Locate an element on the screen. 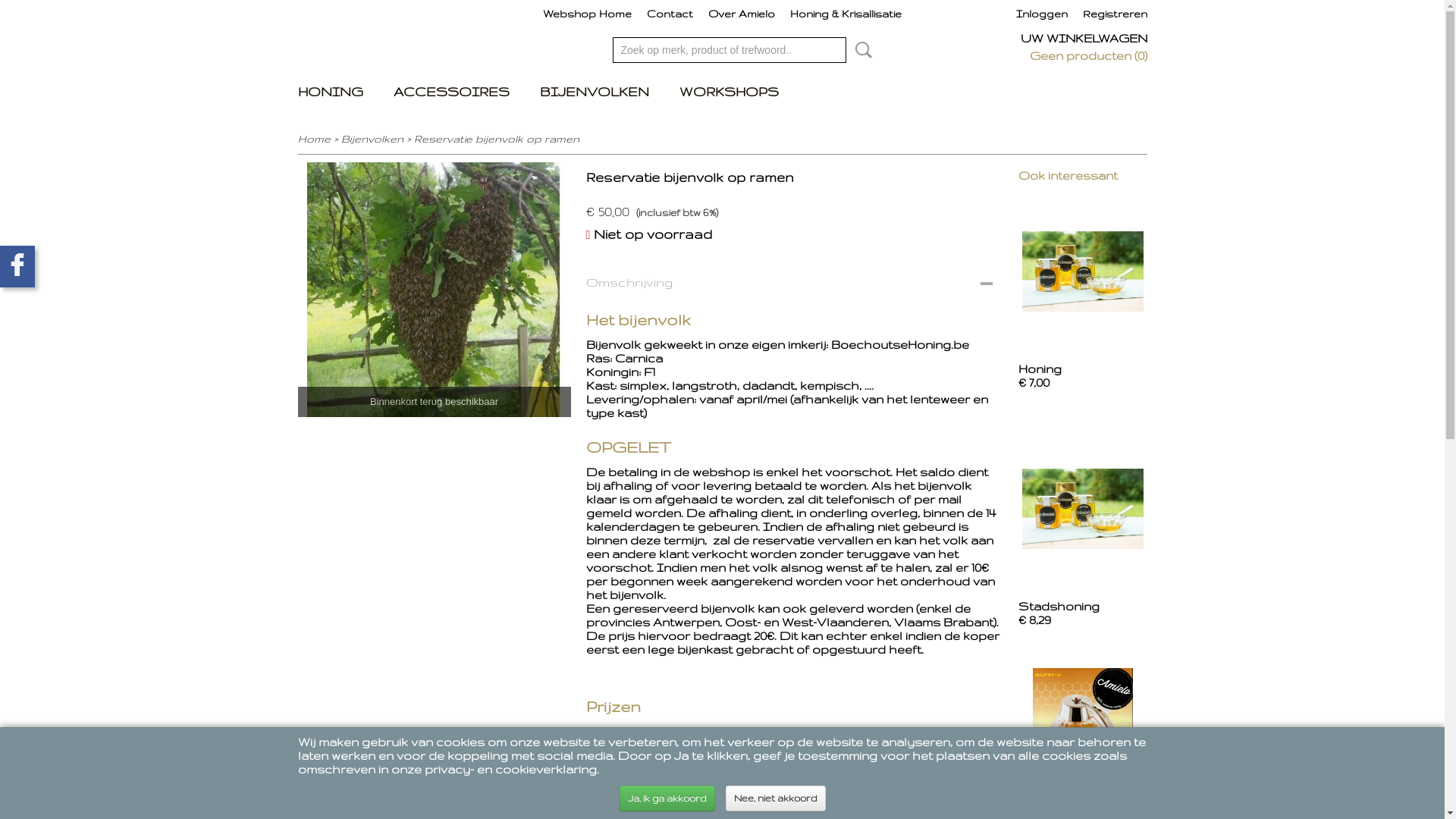  'Zoeken' is located at coordinates (860, 49).